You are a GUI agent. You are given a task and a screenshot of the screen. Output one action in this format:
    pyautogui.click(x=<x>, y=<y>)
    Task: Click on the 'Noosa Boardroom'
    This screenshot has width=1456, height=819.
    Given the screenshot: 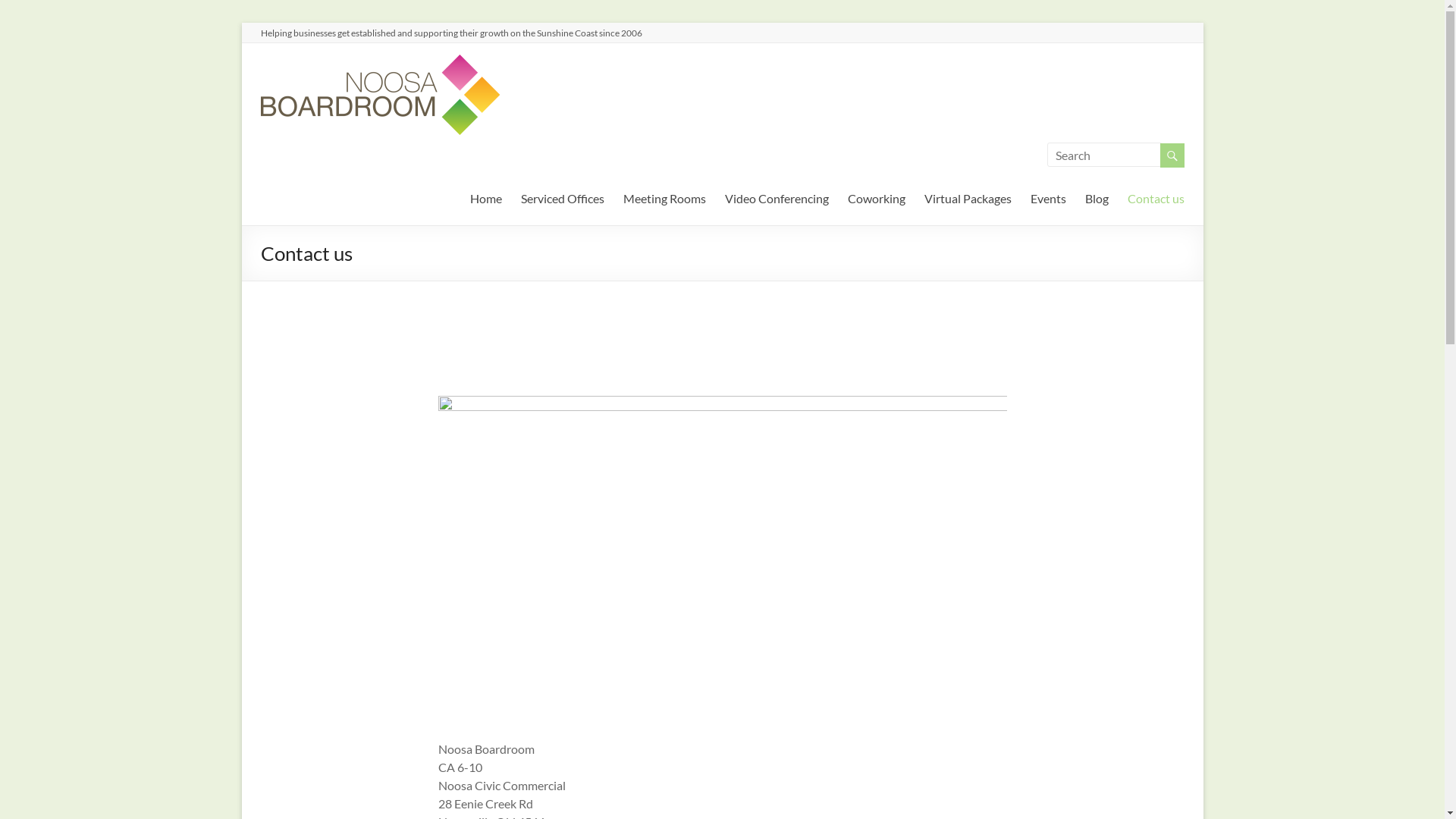 What is the action you would take?
    pyautogui.click(x=261, y=61)
    